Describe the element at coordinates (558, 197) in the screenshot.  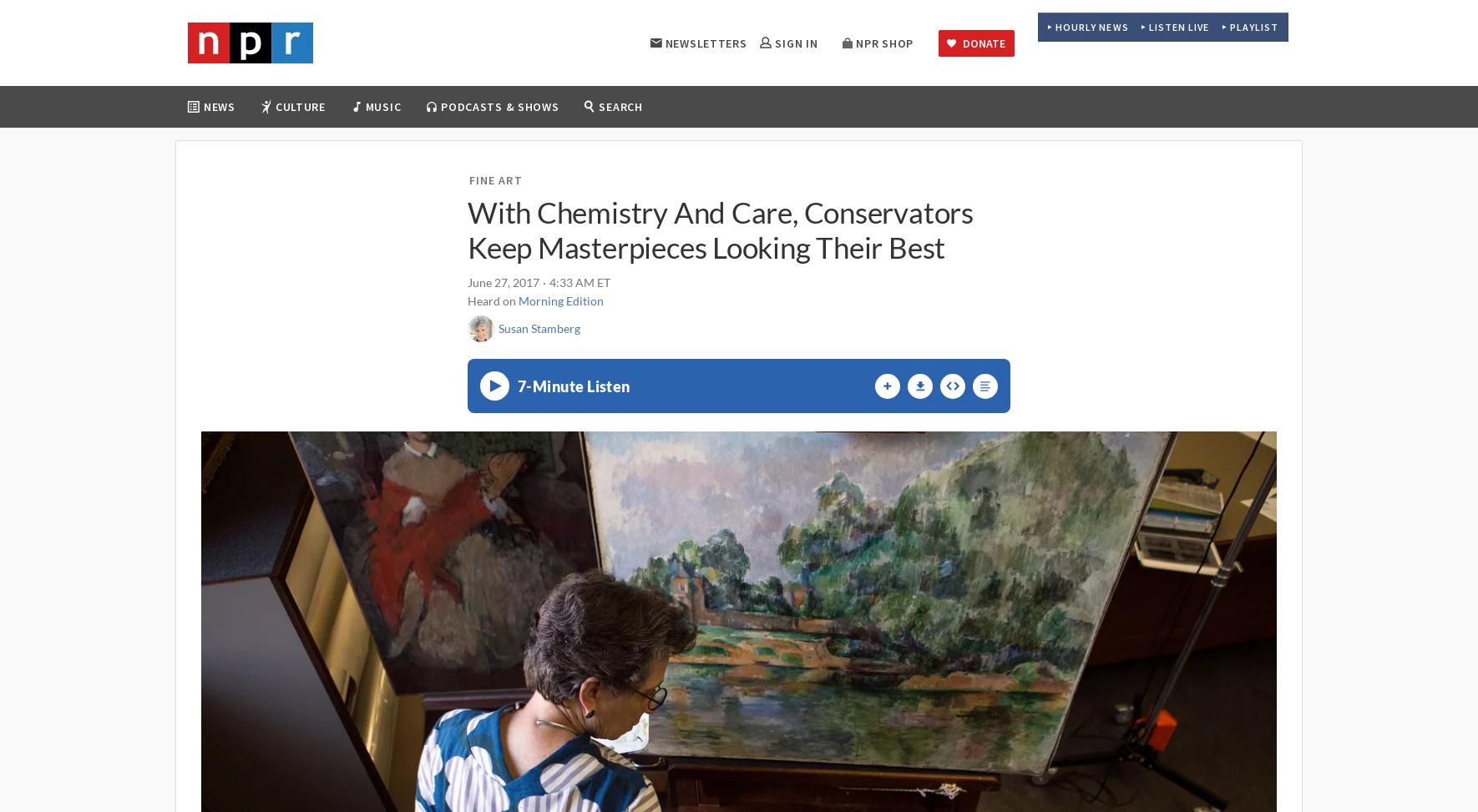
I see `'Music Features'` at that location.